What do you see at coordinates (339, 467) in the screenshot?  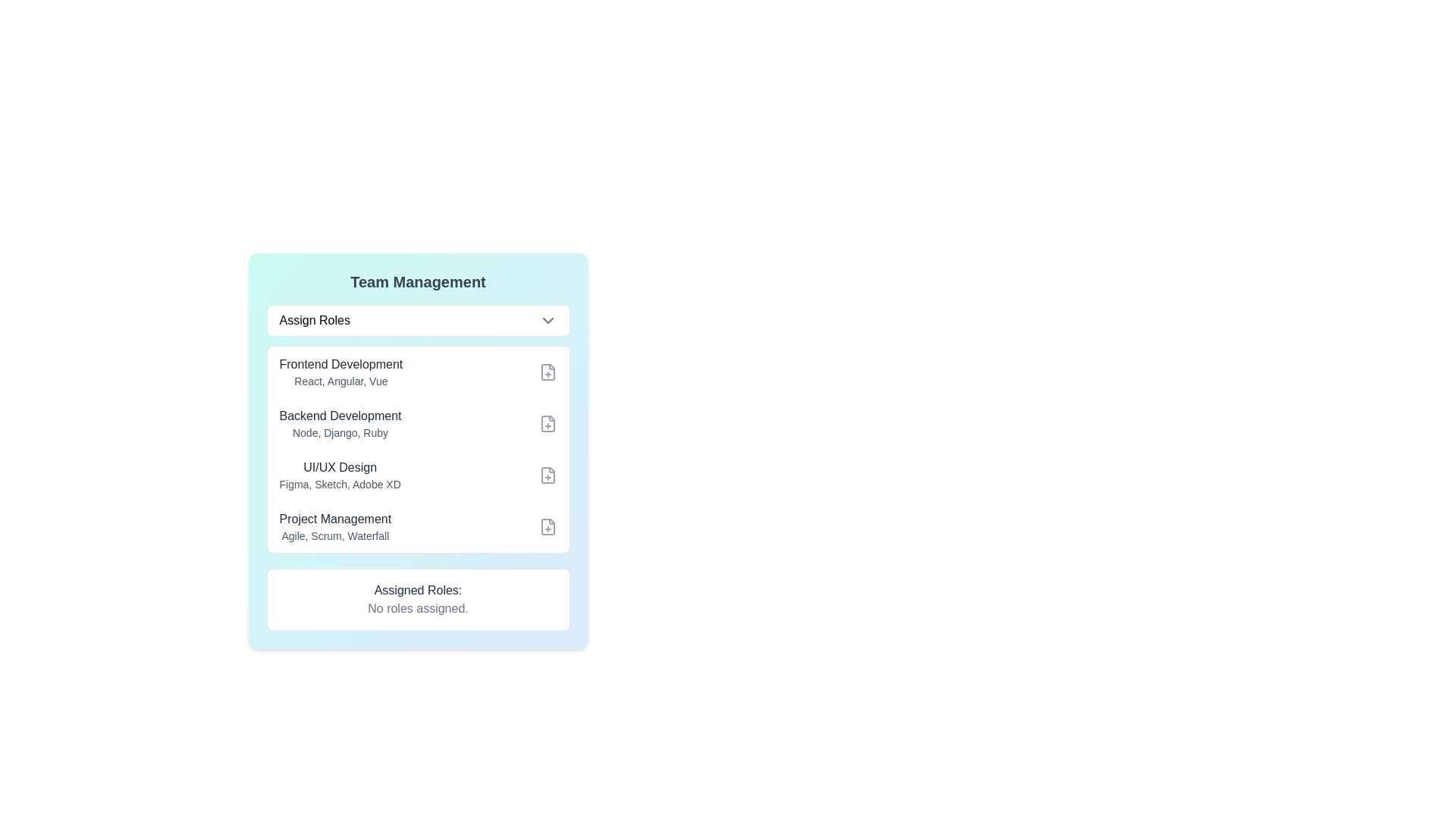 I see `the Text Label serving as the title for the 'UI/UX Design' role, which is positioned in the third row of the 'Team Management' card, above the text 'Figma, Sketch, Adobe XD'` at bounding box center [339, 467].